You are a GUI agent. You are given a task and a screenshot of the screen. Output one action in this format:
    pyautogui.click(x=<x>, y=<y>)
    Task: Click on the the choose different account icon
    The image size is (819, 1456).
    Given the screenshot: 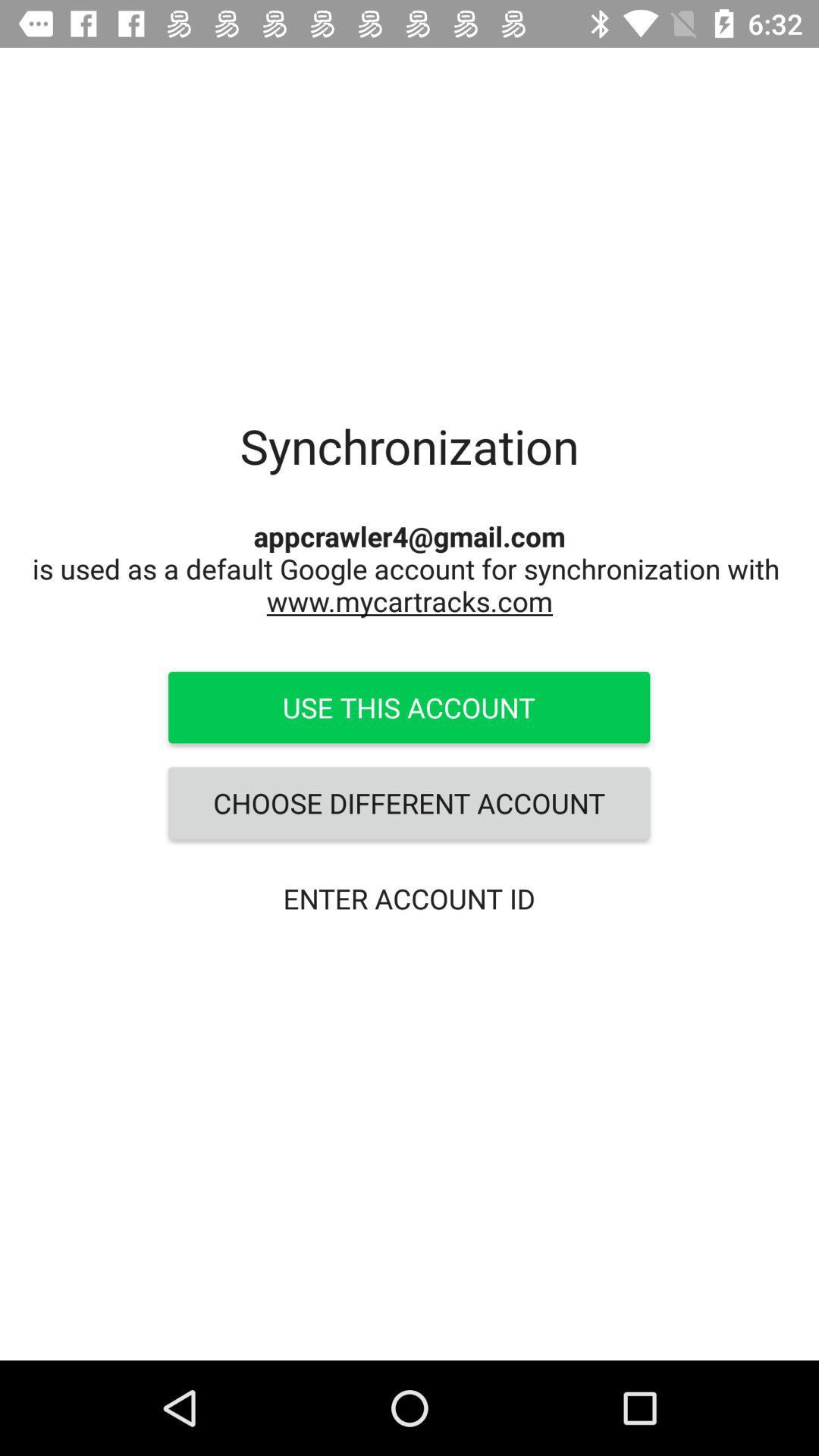 What is the action you would take?
    pyautogui.click(x=408, y=802)
    